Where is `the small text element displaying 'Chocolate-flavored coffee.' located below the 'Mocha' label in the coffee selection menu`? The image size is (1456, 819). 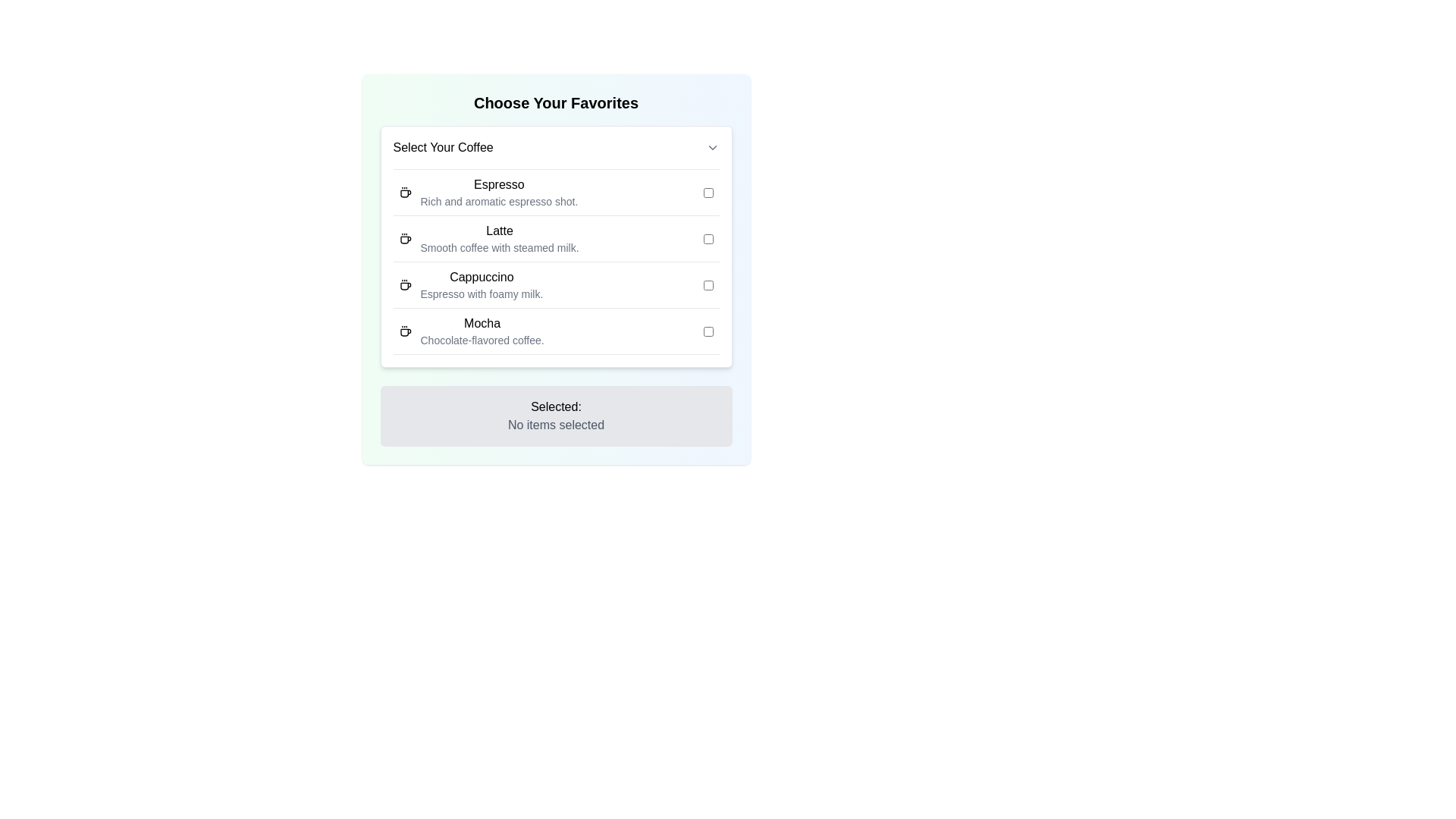 the small text element displaying 'Chocolate-flavored coffee.' located below the 'Mocha' label in the coffee selection menu is located at coordinates (482, 339).